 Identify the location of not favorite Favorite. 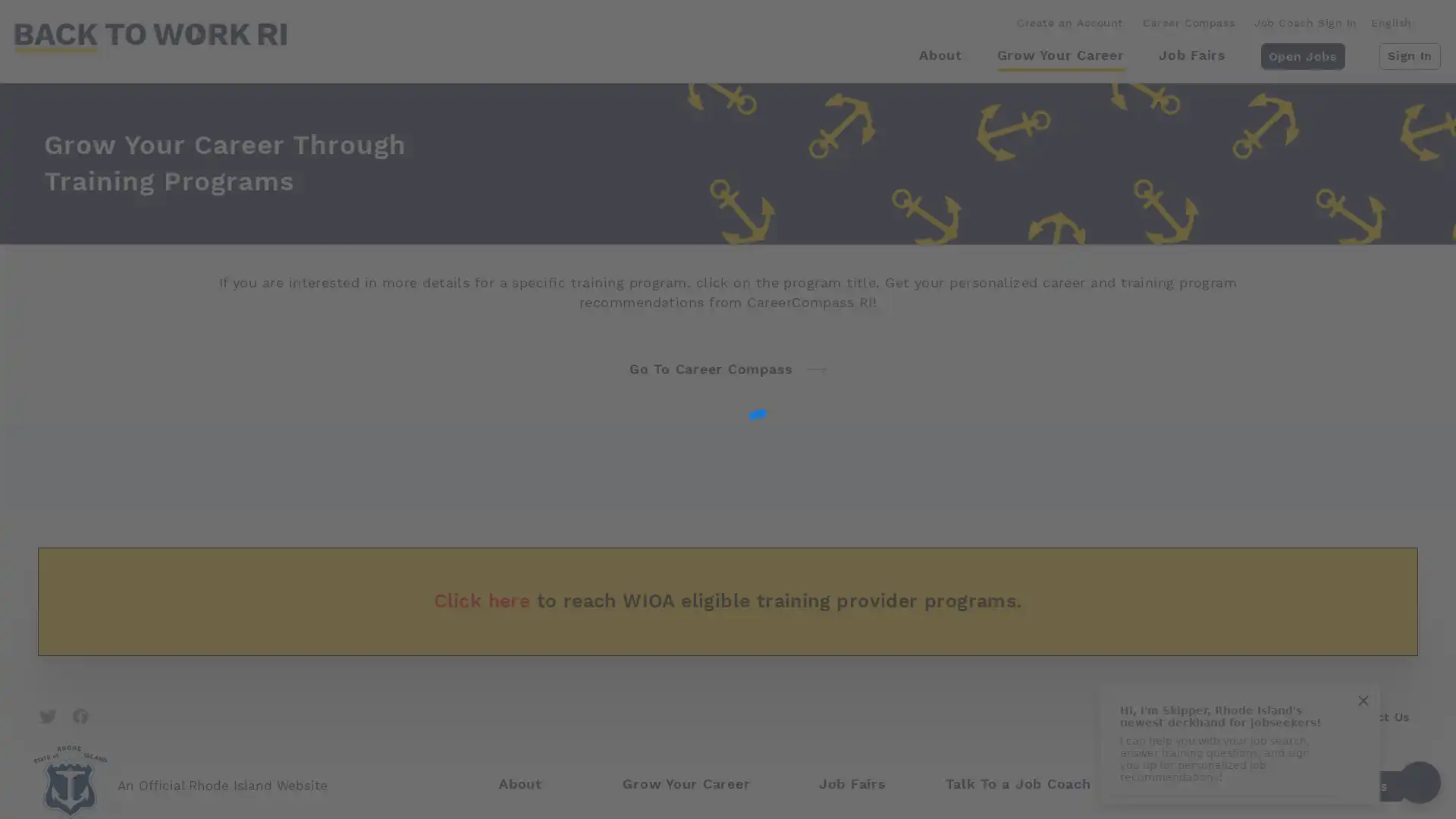
(651, 598).